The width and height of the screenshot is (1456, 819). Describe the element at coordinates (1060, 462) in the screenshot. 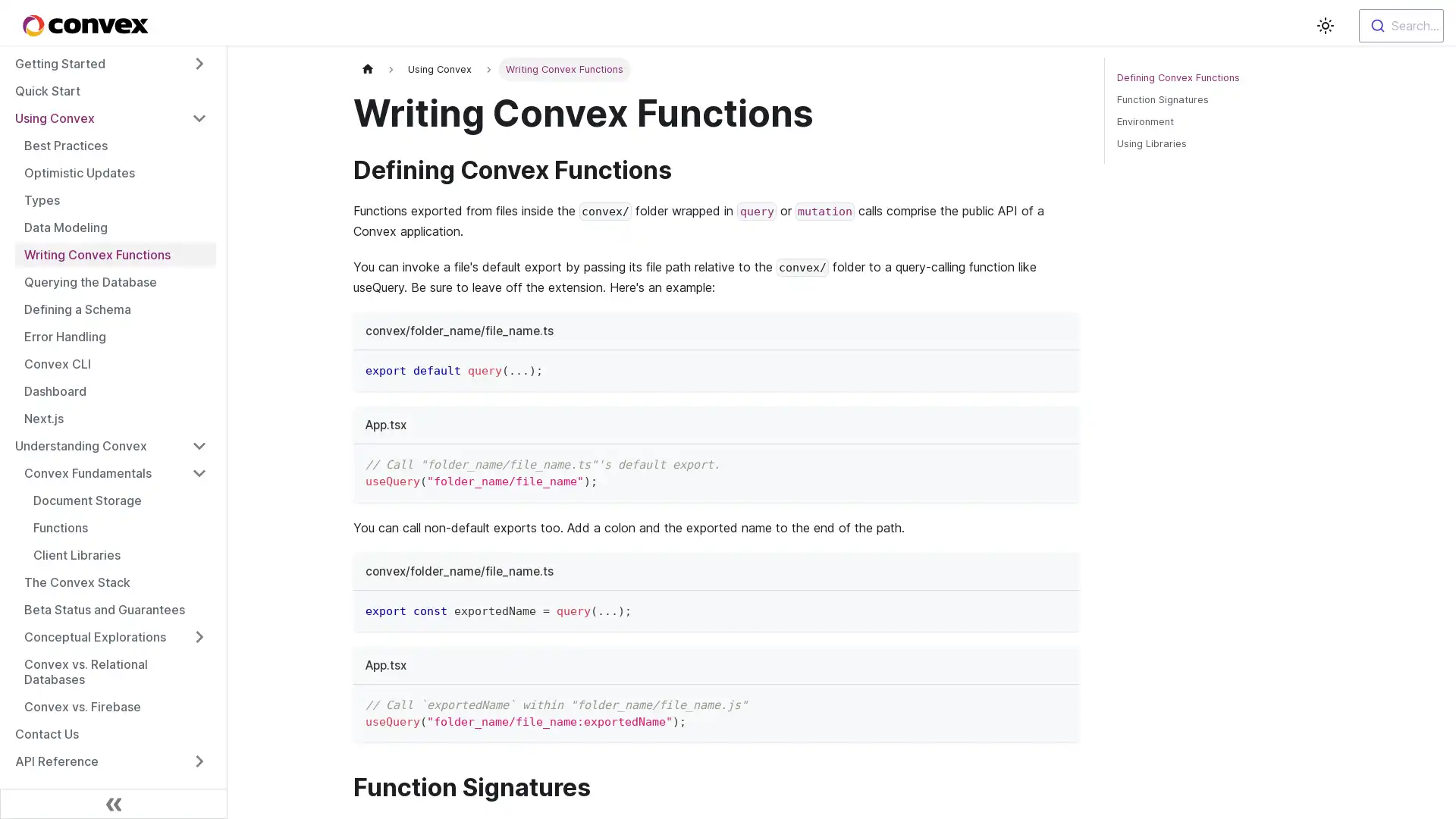

I see `Copy code to clipboard` at that location.